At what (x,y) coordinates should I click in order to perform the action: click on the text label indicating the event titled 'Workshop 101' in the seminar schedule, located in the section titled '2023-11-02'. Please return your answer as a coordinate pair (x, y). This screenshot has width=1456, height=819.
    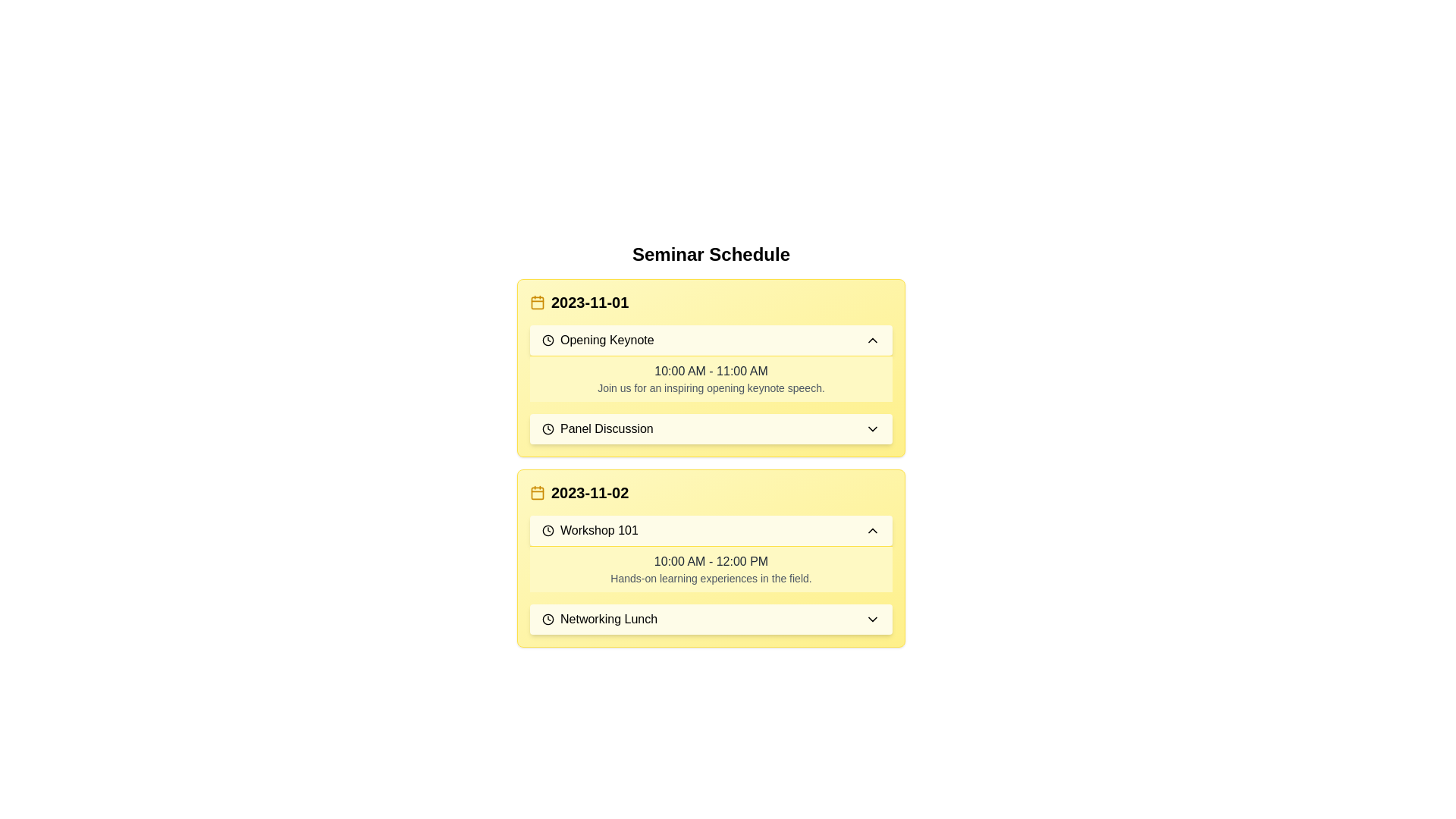
    Looking at the image, I should click on (589, 529).